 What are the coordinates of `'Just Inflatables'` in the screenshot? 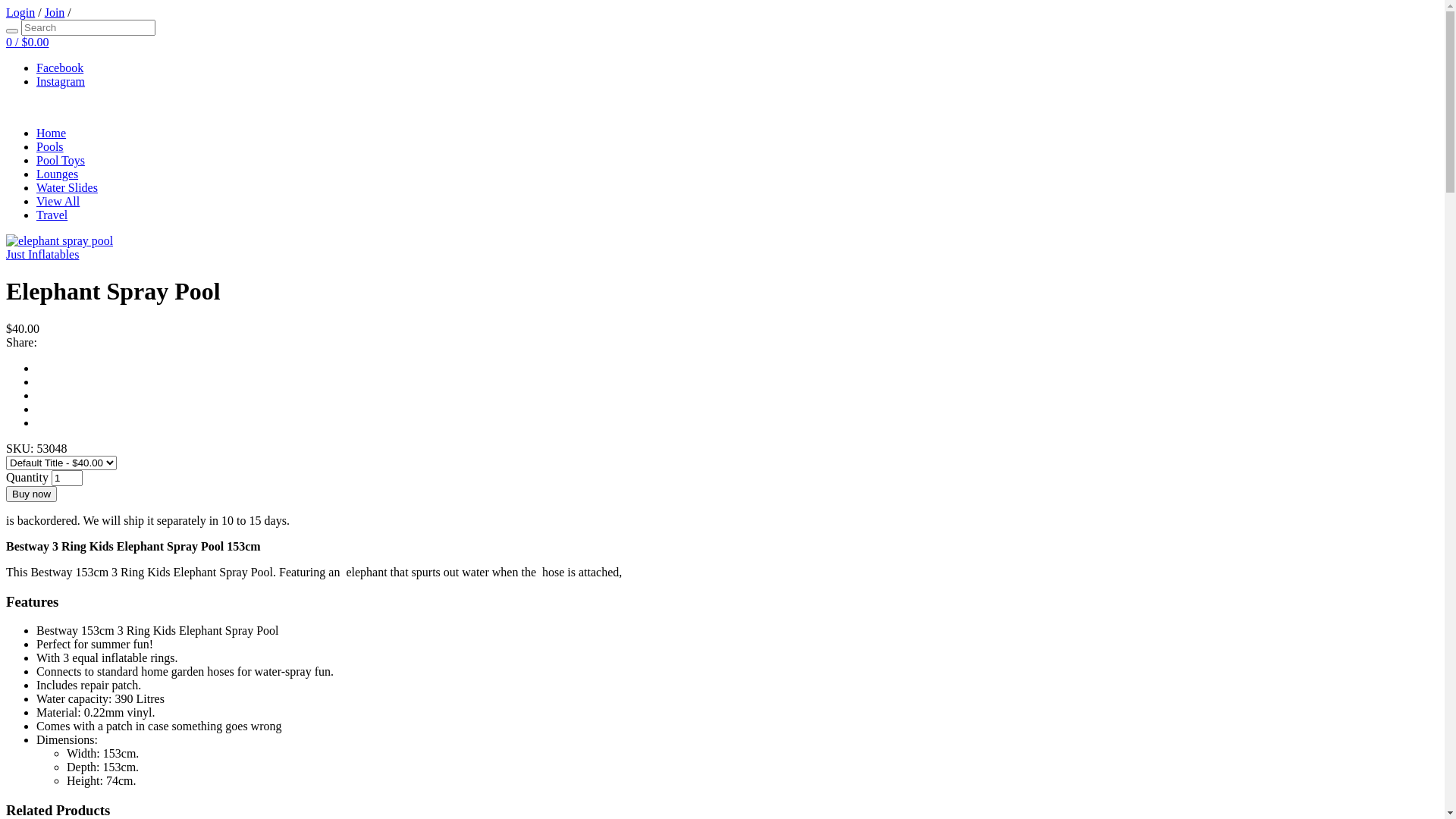 It's located at (42, 253).